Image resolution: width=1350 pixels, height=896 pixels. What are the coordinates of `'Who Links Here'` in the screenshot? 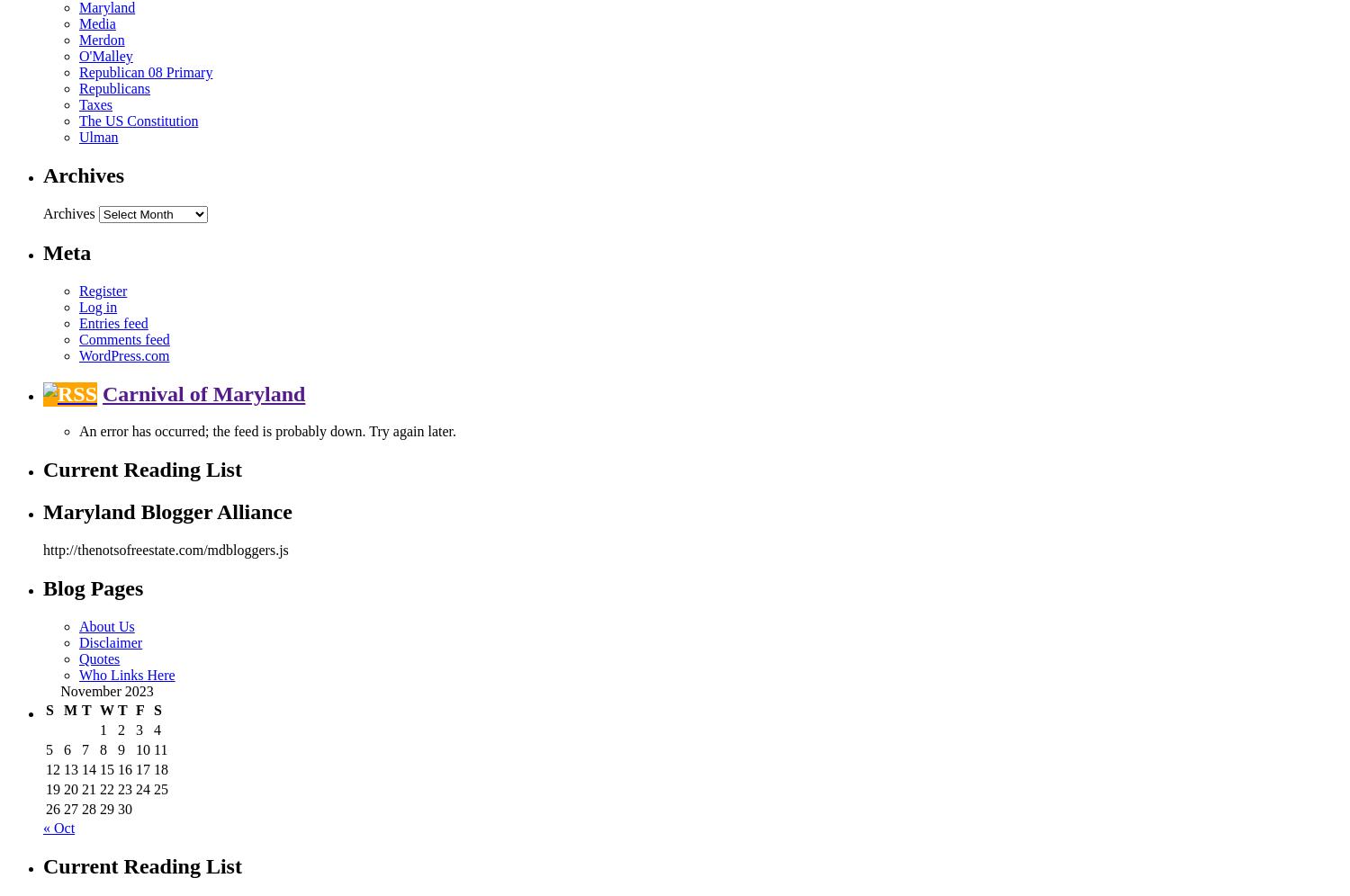 It's located at (127, 675).